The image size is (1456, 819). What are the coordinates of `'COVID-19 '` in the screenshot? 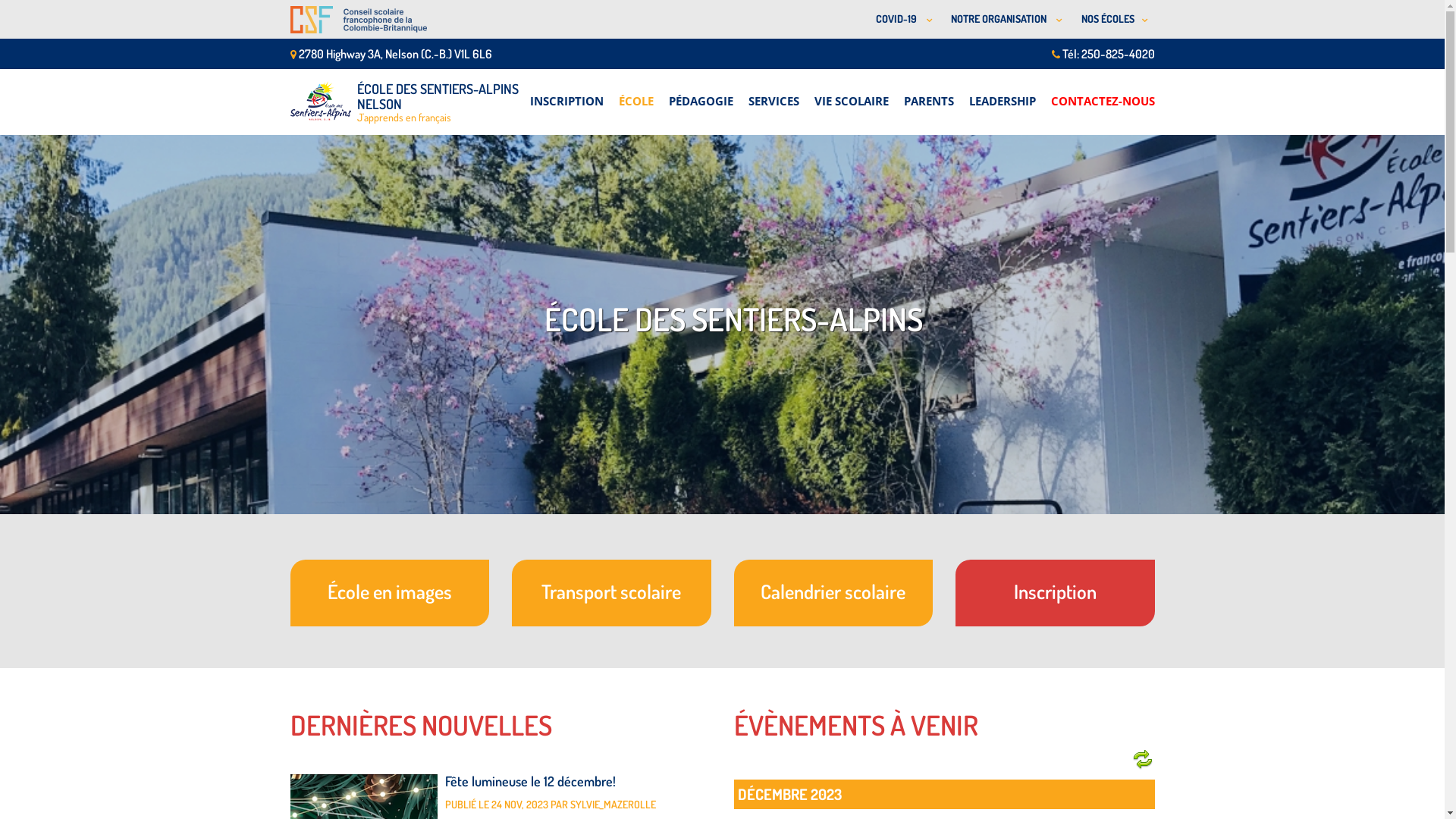 It's located at (901, 19).